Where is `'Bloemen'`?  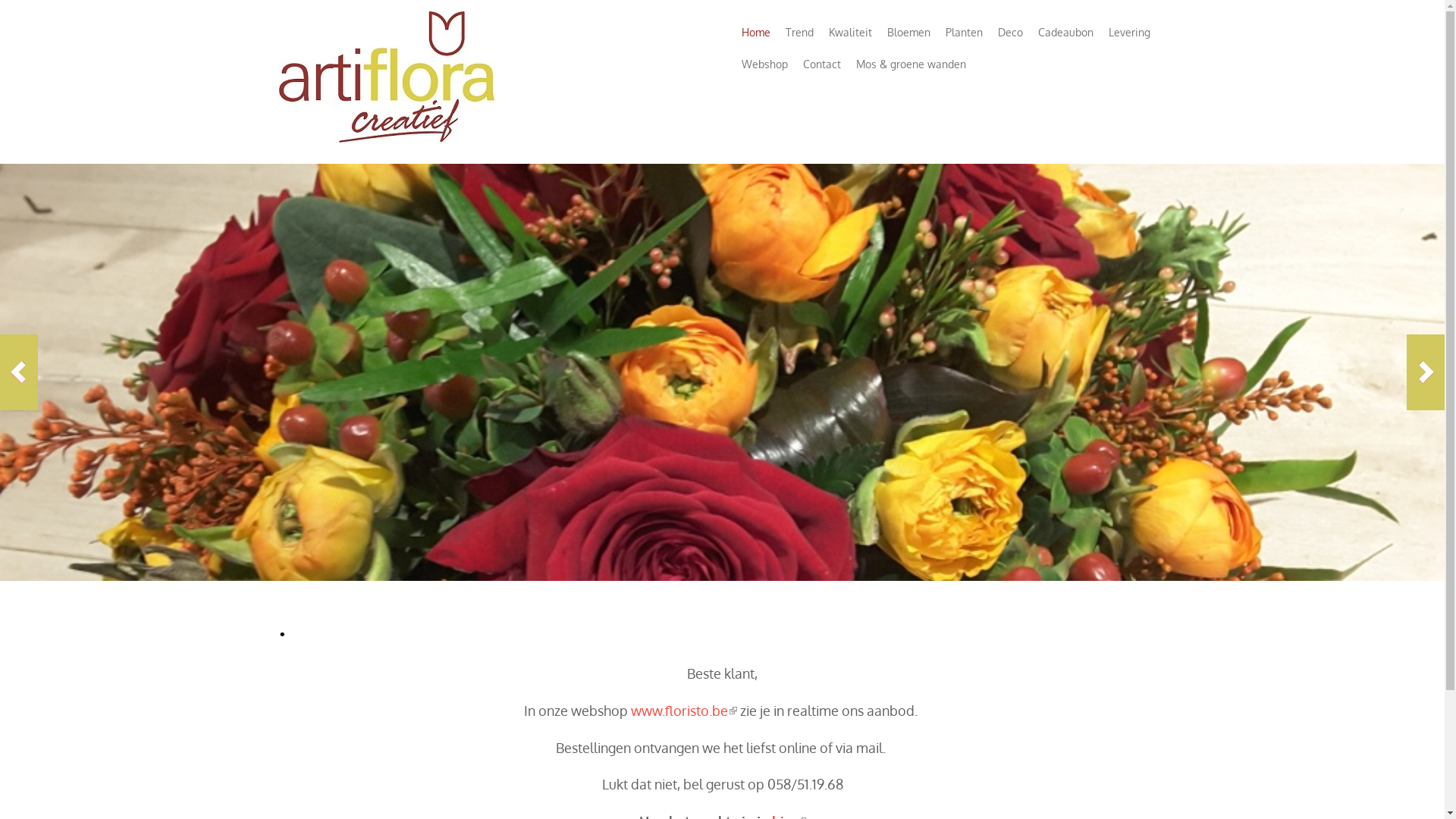 'Bloemen' is located at coordinates (908, 32).